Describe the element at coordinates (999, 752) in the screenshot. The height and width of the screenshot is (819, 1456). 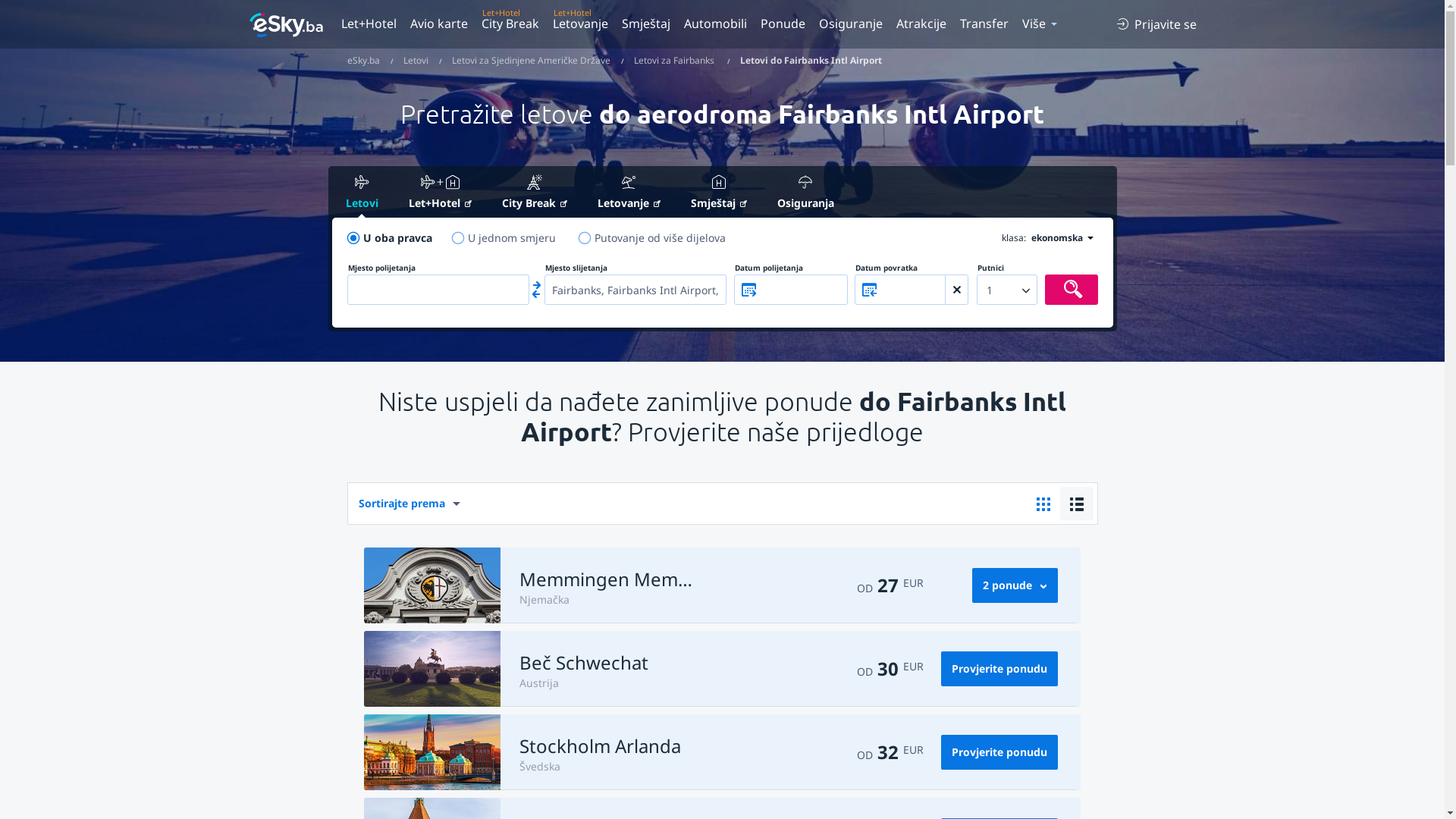
I see `'Provjerite ponudu'` at that location.